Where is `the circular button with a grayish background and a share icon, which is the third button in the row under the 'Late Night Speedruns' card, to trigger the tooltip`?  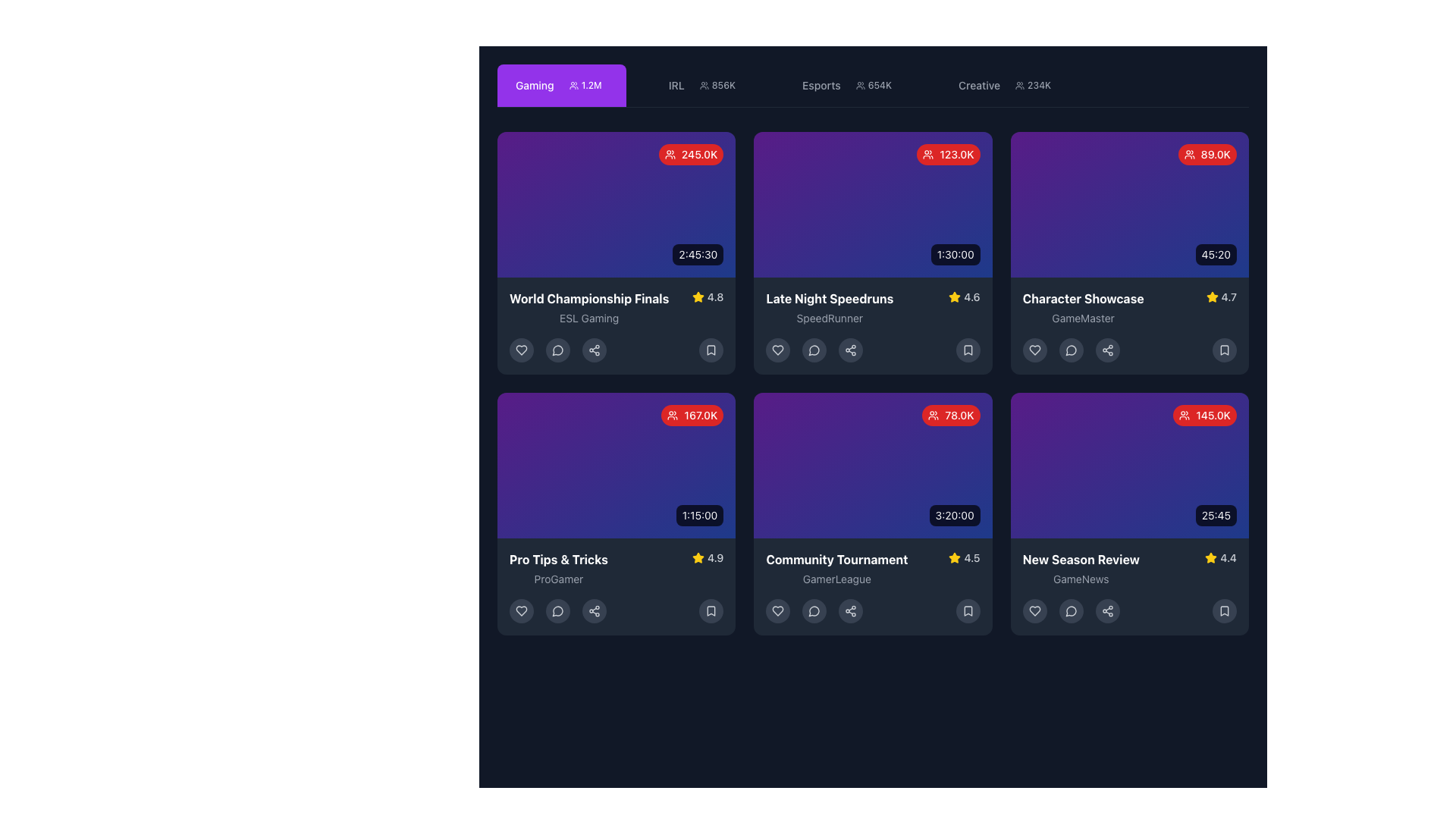 the circular button with a grayish background and a share icon, which is the third button in the row under the 'Late Night Speedruns' card, to trigger the tooltip is located at coordinates (851, 350).